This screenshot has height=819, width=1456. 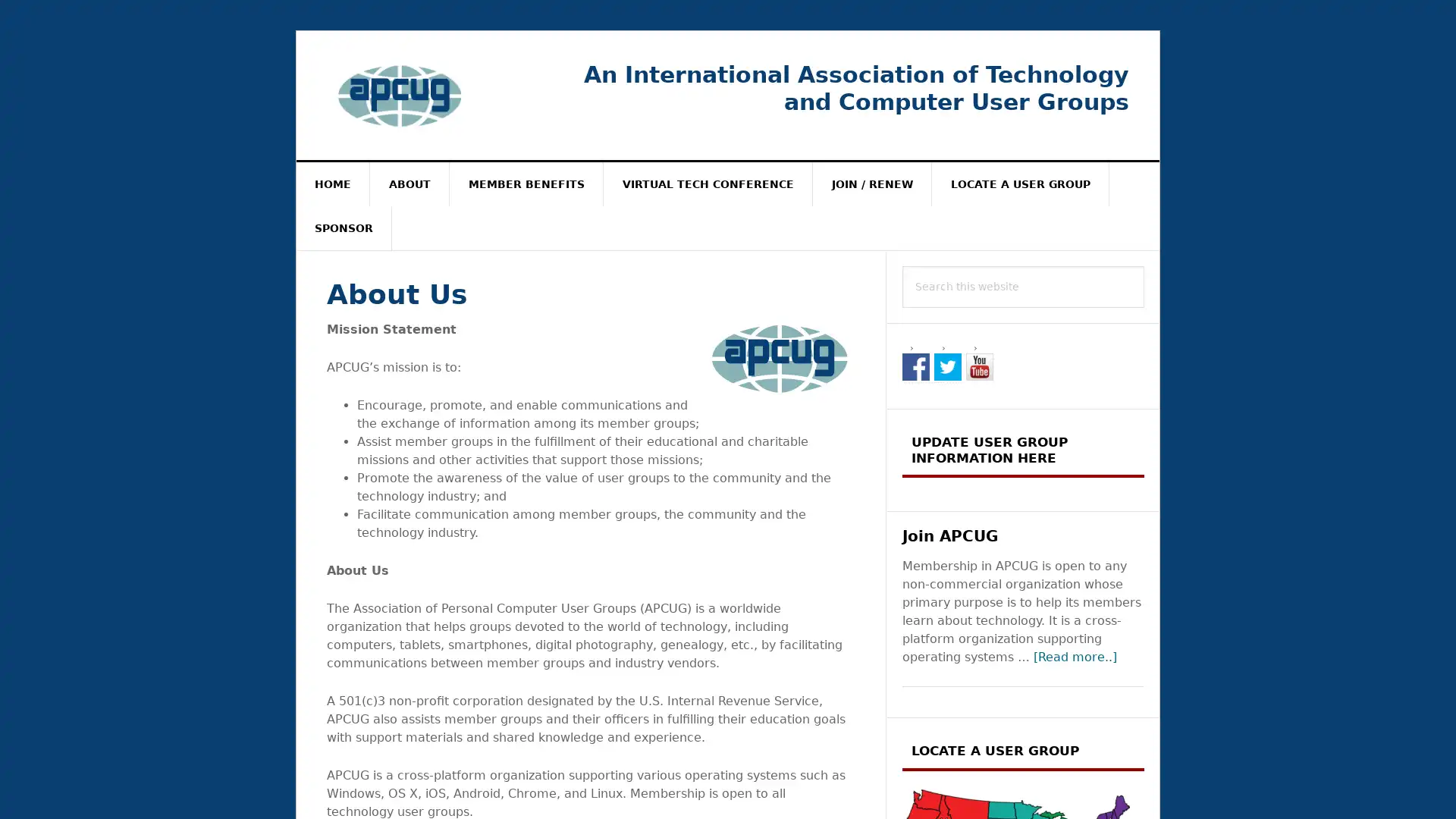 I want to click on Search, so click(x=1144, y=265).